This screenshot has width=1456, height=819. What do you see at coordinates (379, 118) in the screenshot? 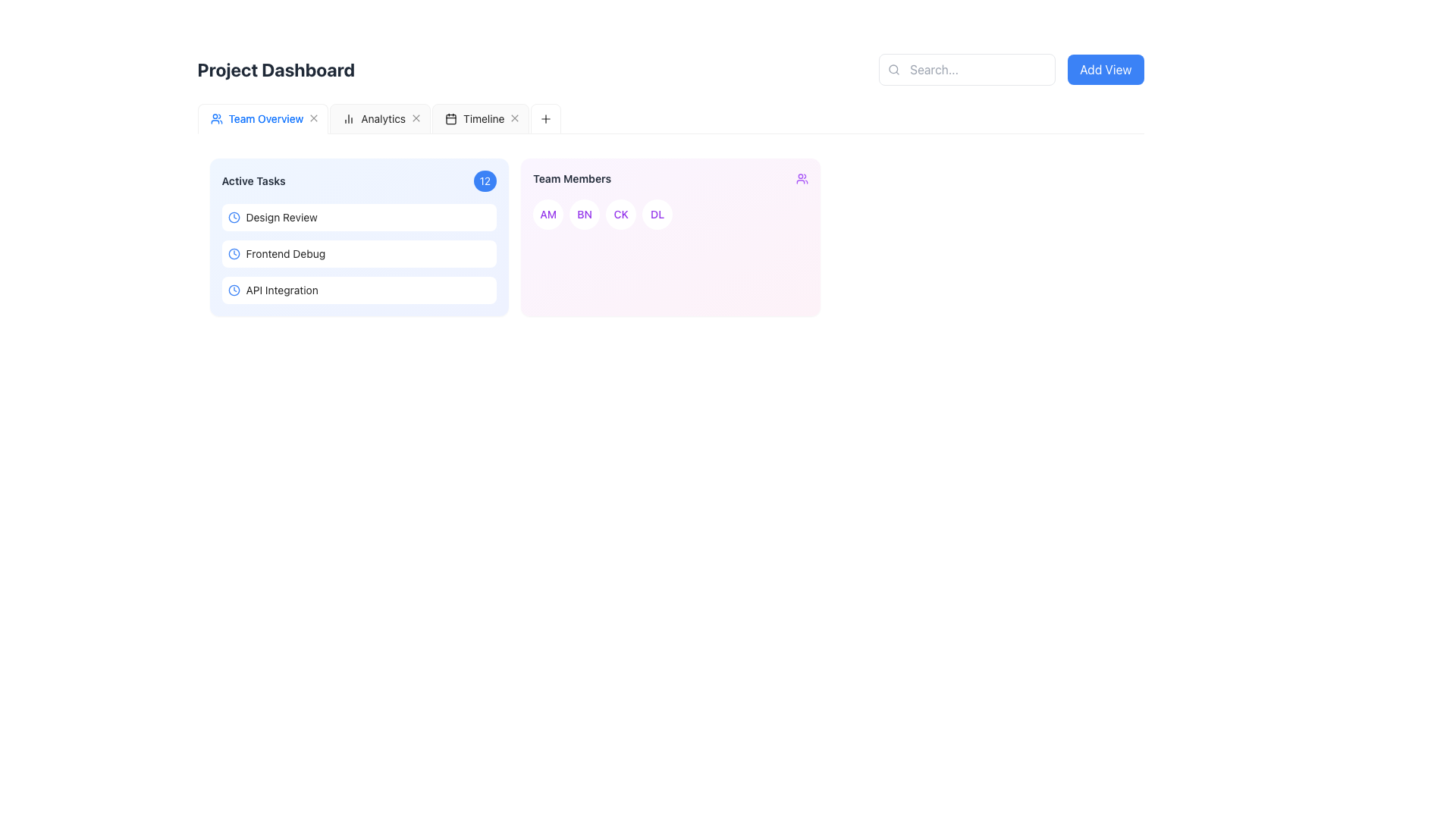
I see `the Tab Navigation element located at the top center of the interface to switch sections` at bounding box center [379, 118].